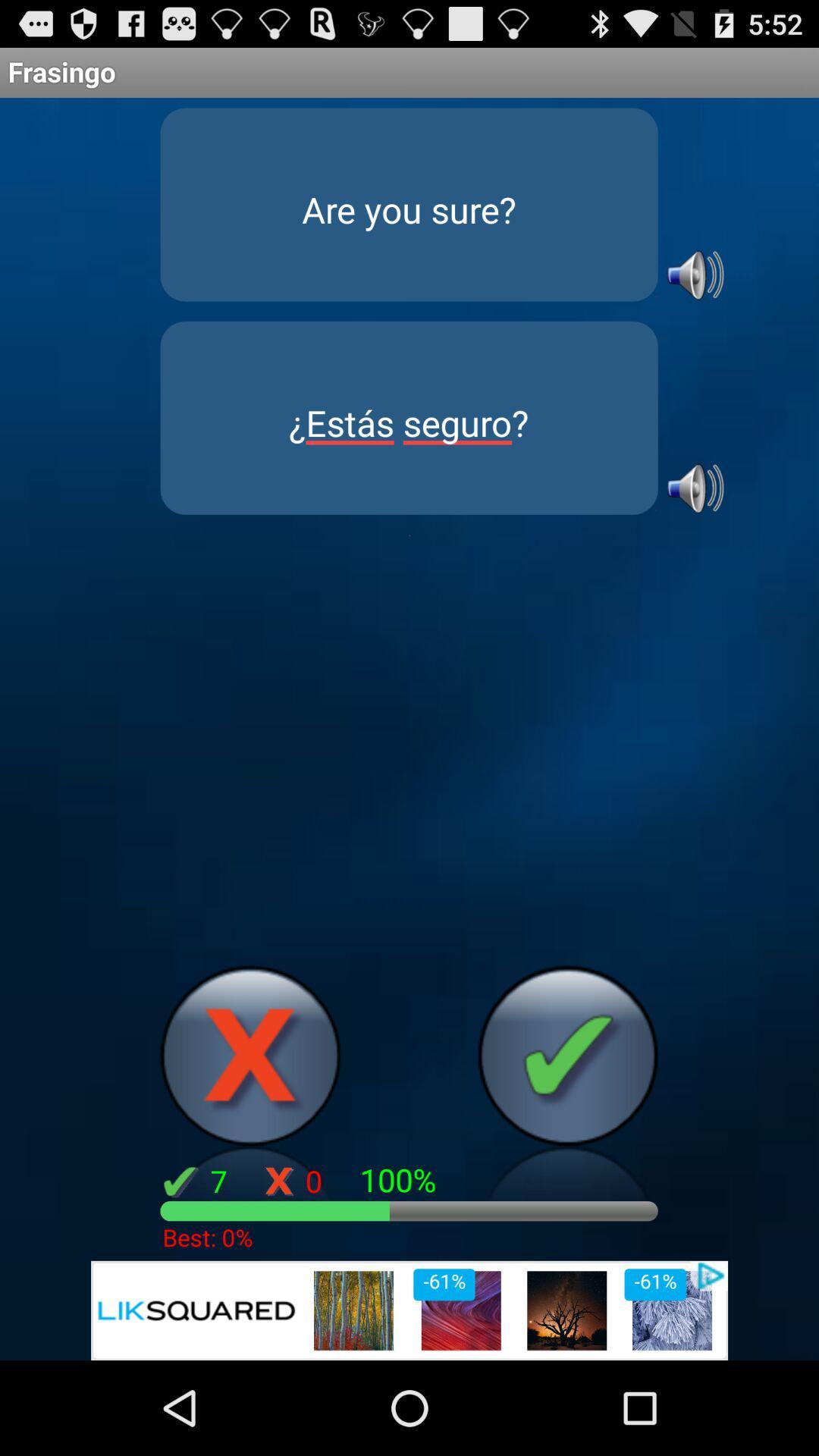 The width and height of the screenshot is (819, 1456). Describe the element at coordinates (409, 1310) in the screenshot. I see `the advertisement` at that location.